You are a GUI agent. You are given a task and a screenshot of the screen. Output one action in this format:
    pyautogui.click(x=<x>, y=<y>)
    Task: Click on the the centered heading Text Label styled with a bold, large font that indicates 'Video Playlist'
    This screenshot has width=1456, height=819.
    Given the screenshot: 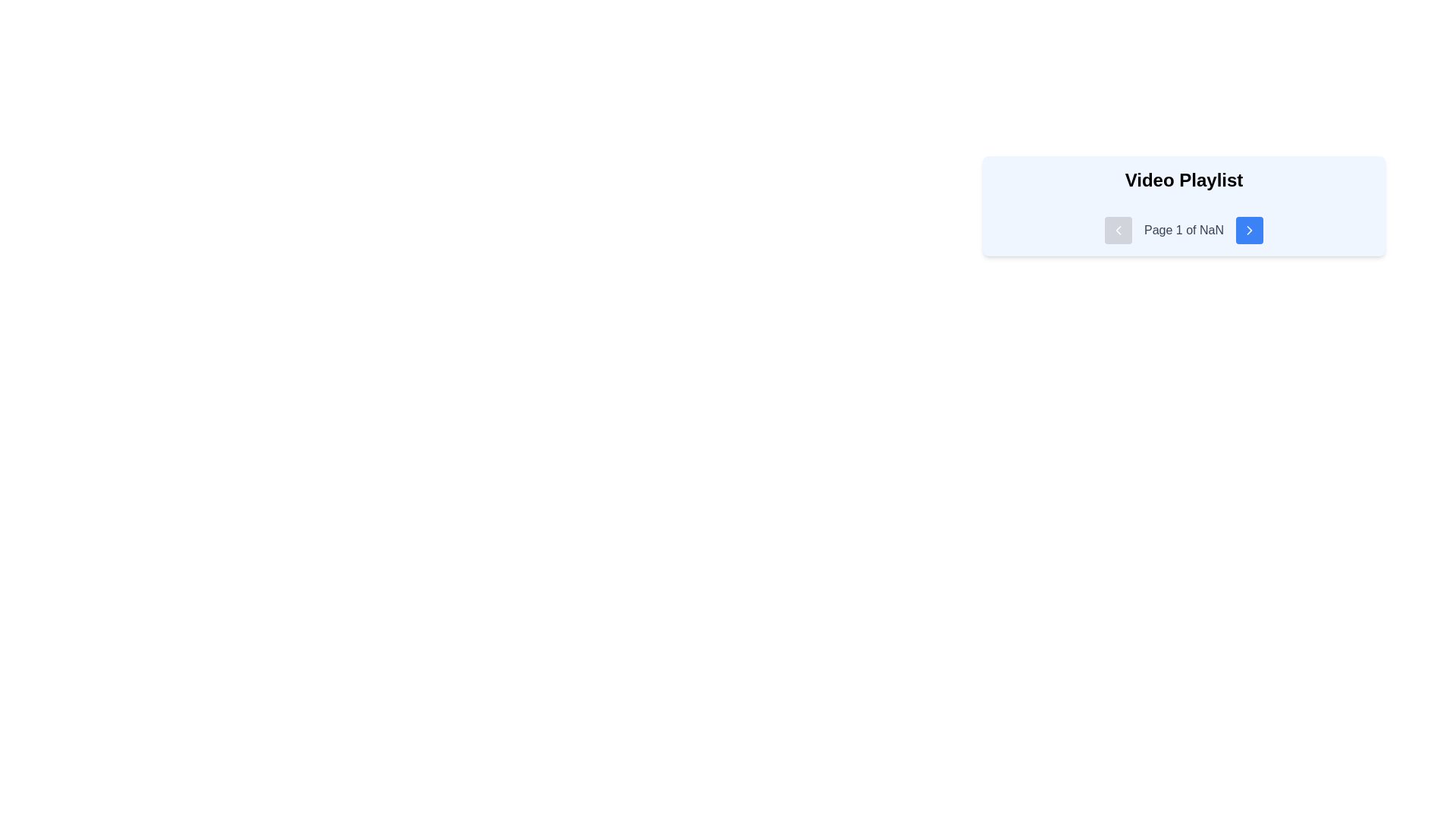 What is the action you would take?
    pyautogui.click(x=1183, y=180)
    